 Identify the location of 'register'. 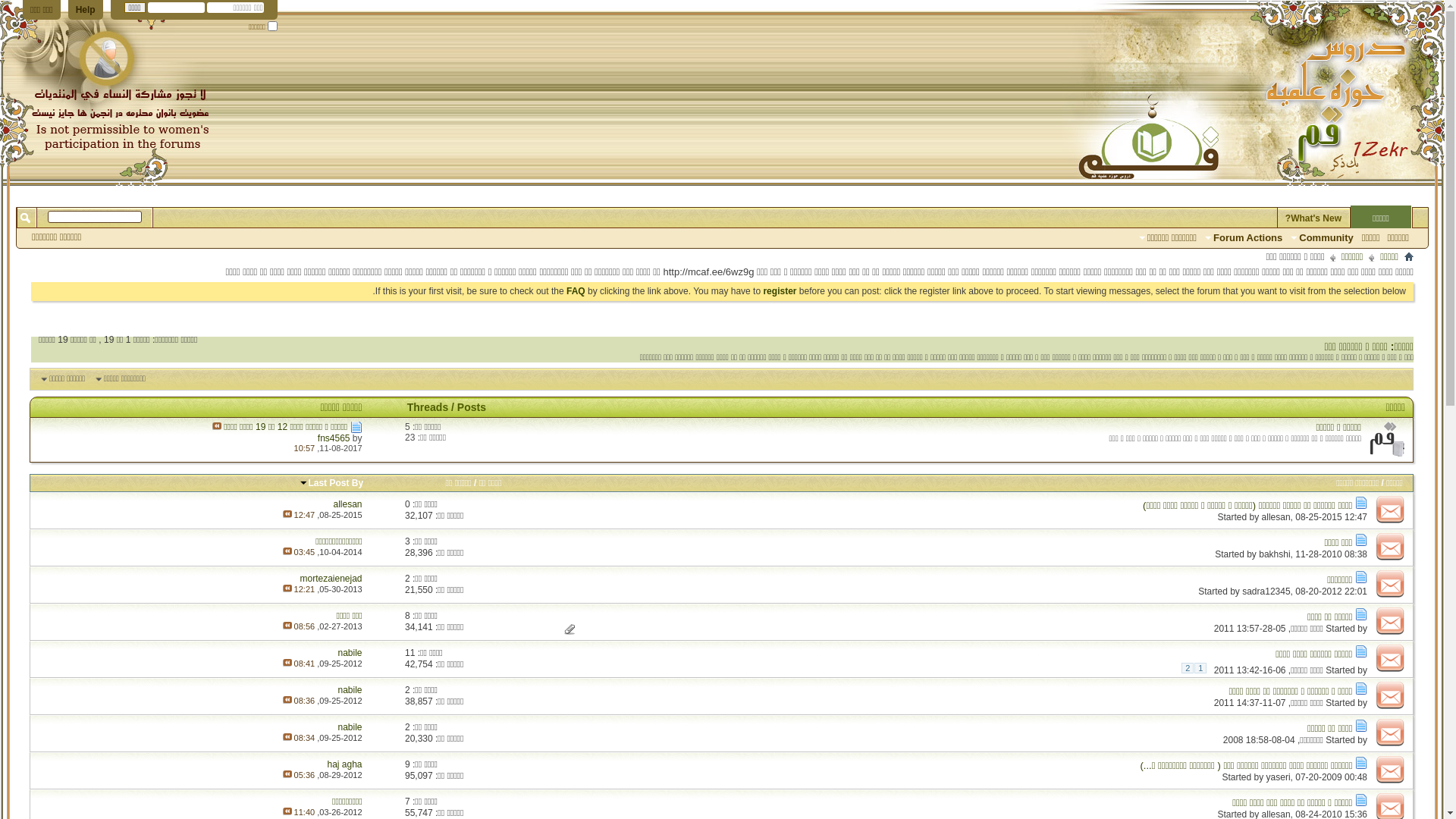
(763, 291).